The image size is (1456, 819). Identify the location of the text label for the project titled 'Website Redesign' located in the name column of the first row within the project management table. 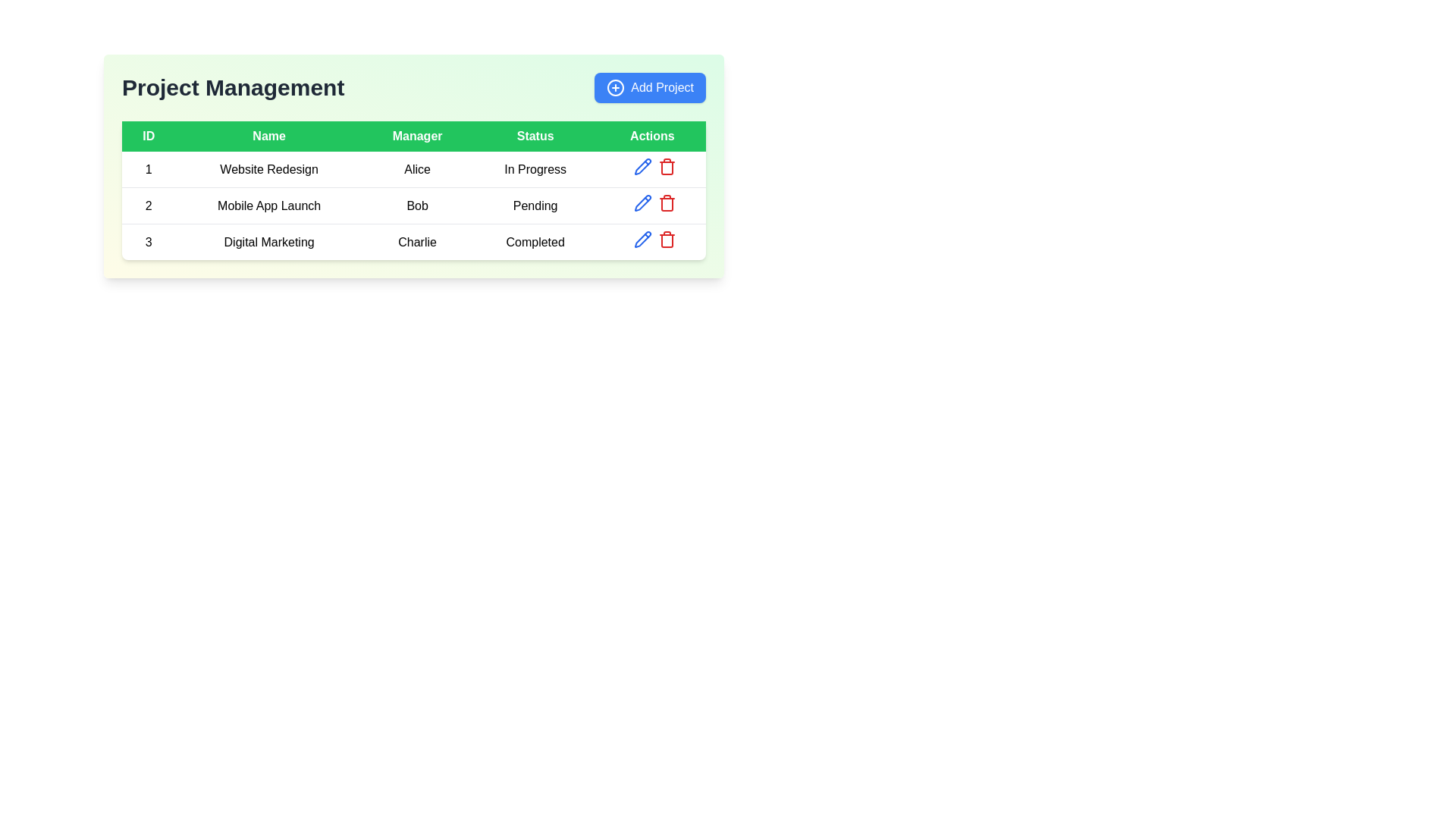
(269, 169).